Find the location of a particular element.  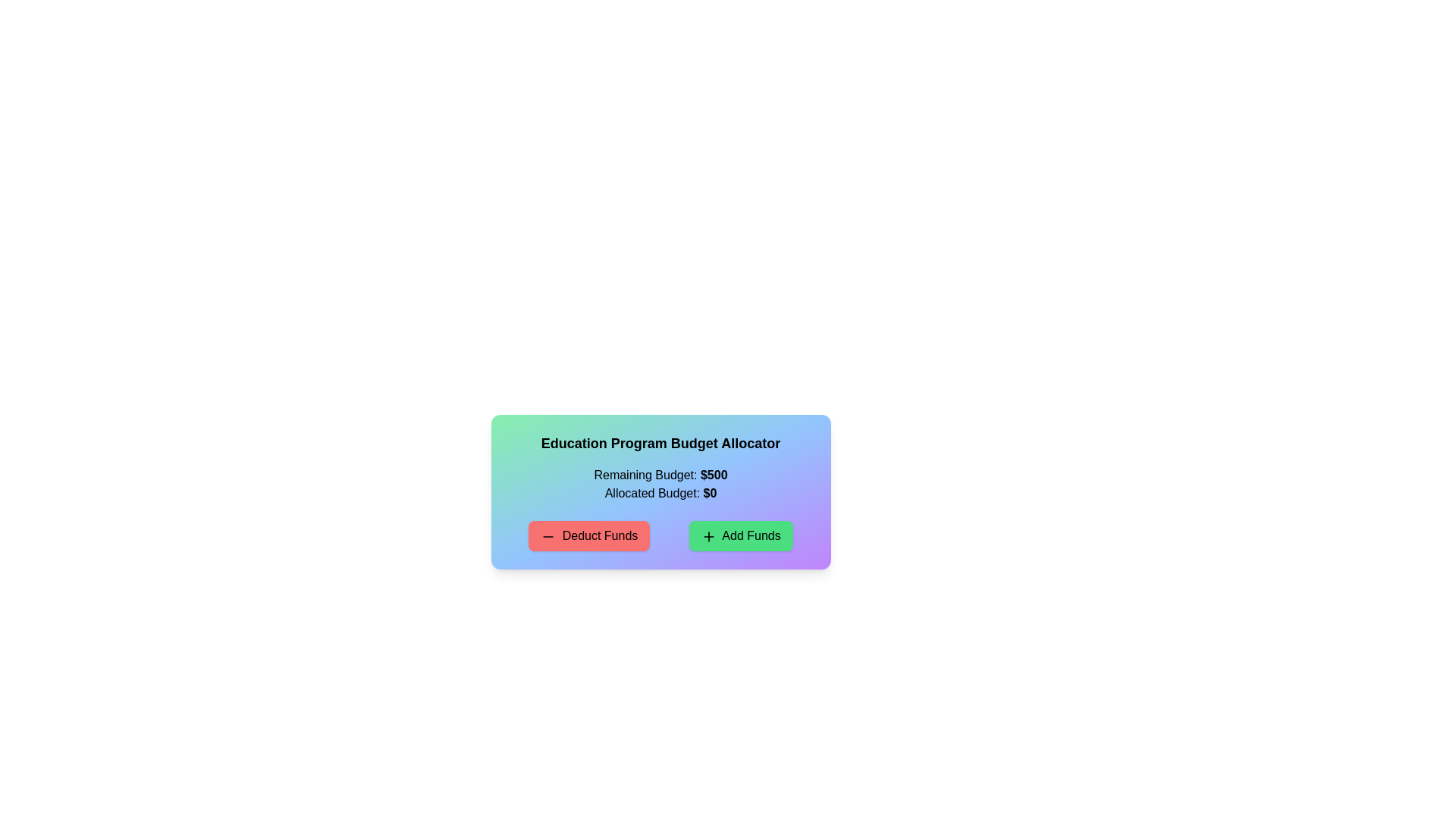

the value displayed in the text label representing the allocated budget, which is part of the section labeled 'Allocated Budget: $0' located towards the lower center of the interface is located at coordinates (709, 493).